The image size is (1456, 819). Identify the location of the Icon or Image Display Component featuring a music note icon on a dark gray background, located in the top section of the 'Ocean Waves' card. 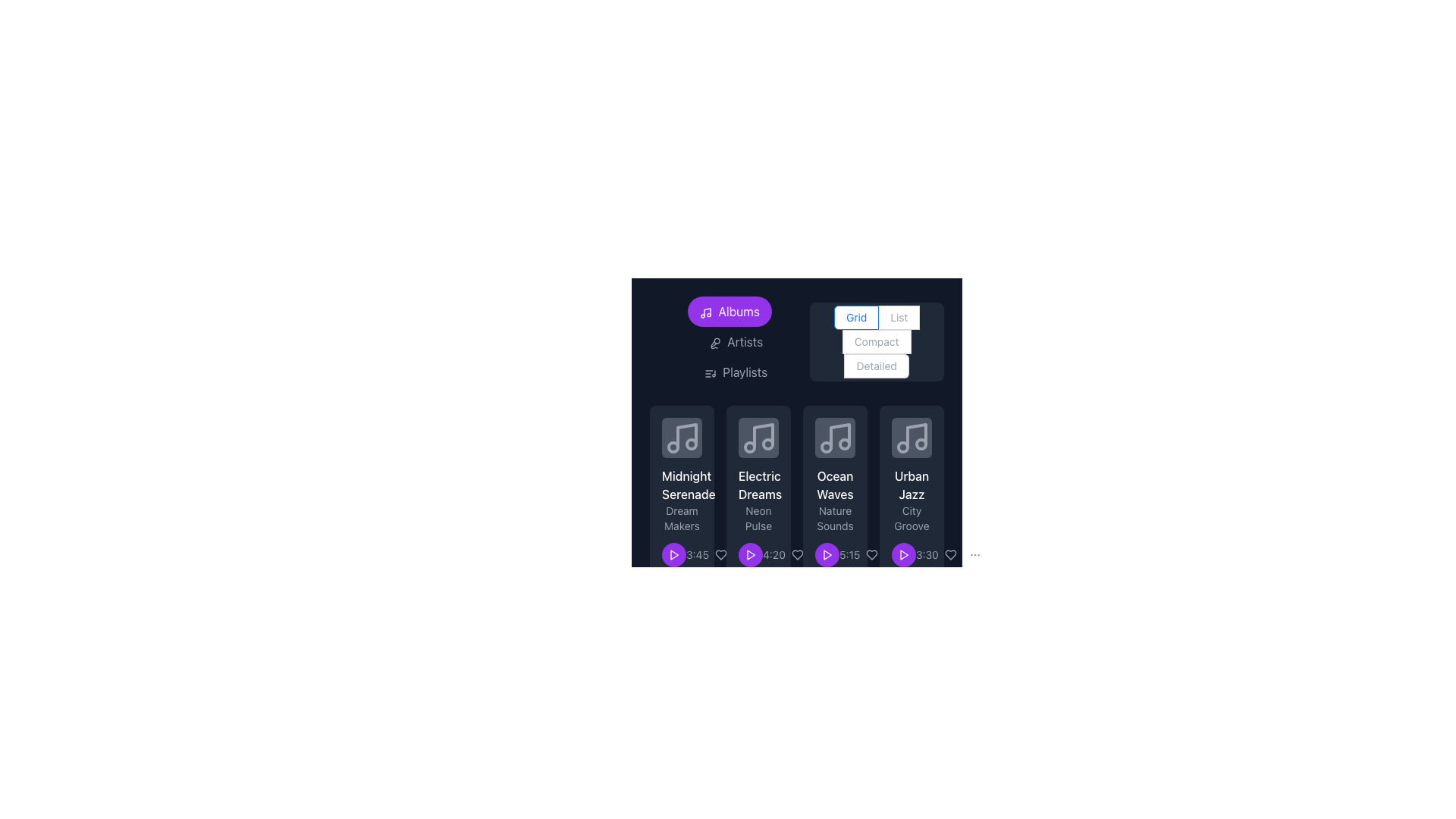
(834, 438).